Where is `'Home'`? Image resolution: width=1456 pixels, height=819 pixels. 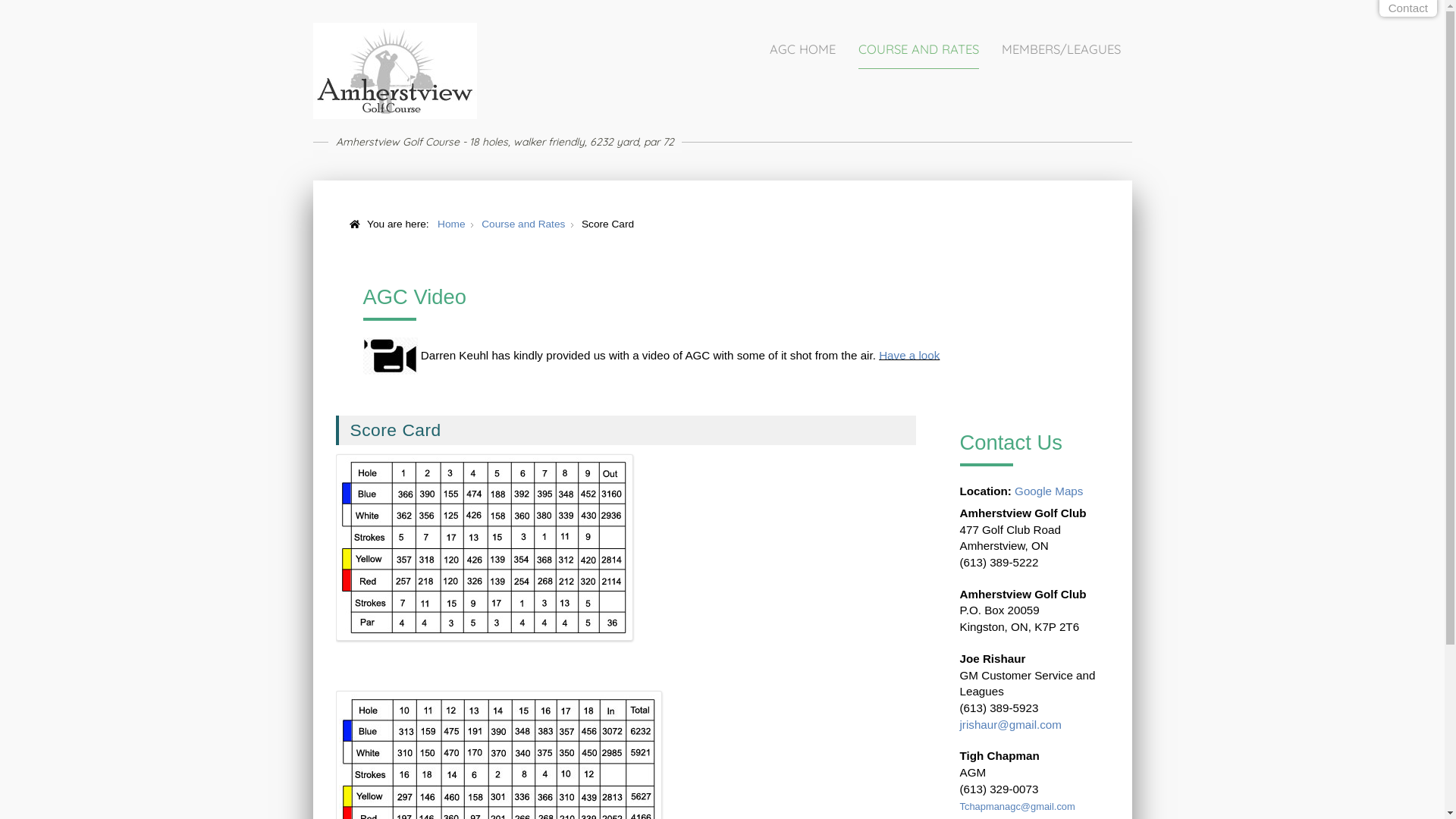
'Home' is located at coordinates (436, 224).